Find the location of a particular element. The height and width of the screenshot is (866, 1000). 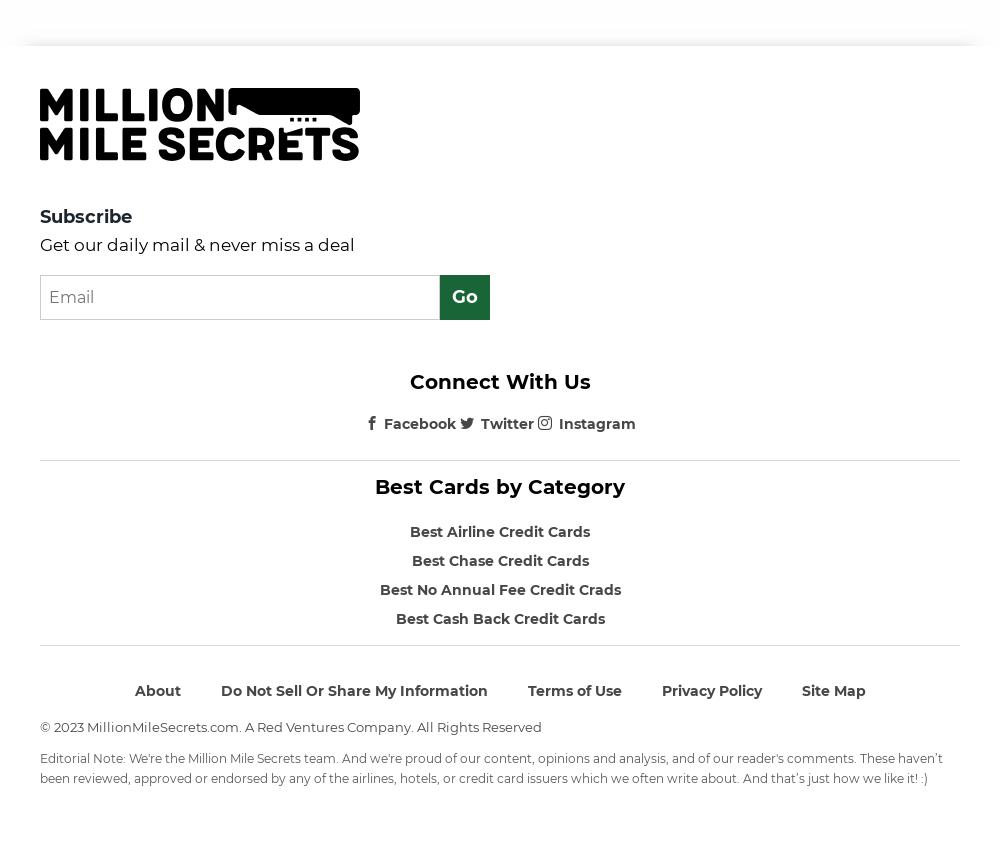

'Best Airline Credit Cards' is located at coordinates (500, 531).